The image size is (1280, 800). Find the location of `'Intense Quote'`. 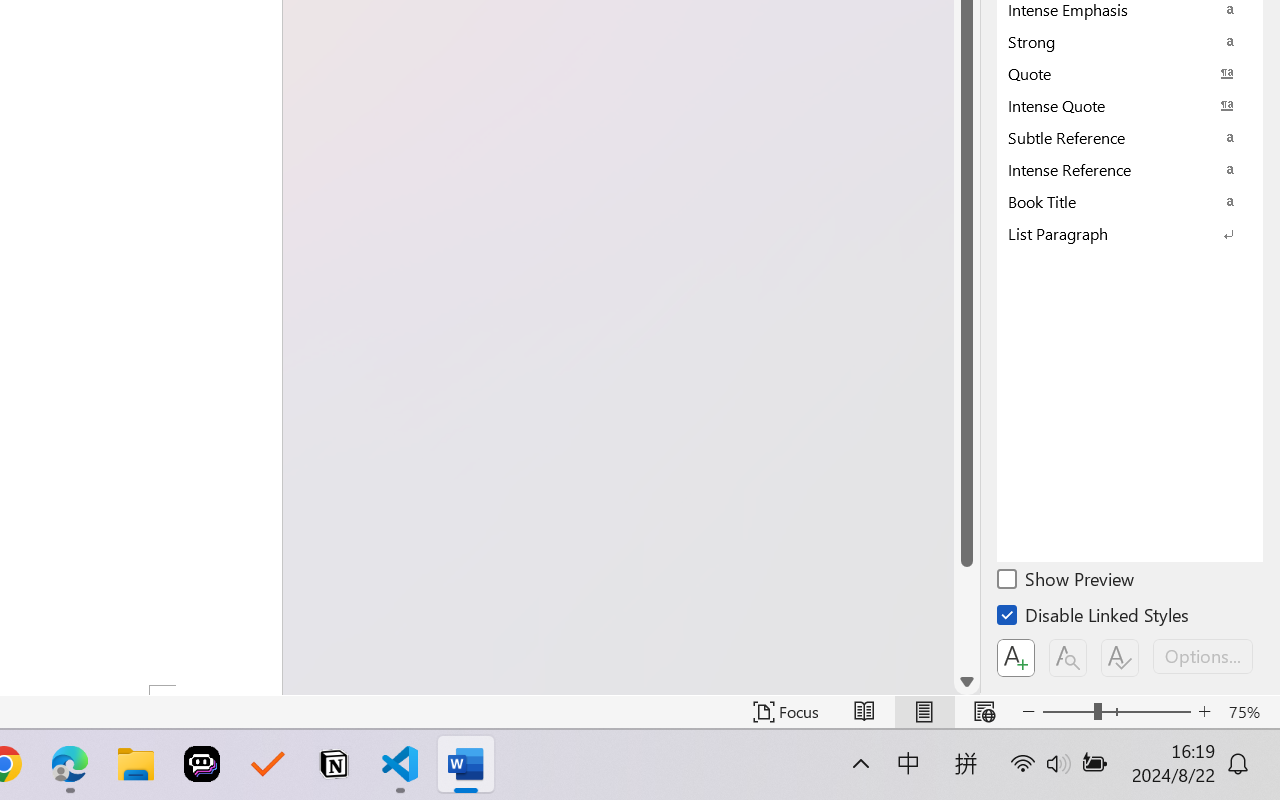

'Intense Quote' is located at coordinates (1130, 104).